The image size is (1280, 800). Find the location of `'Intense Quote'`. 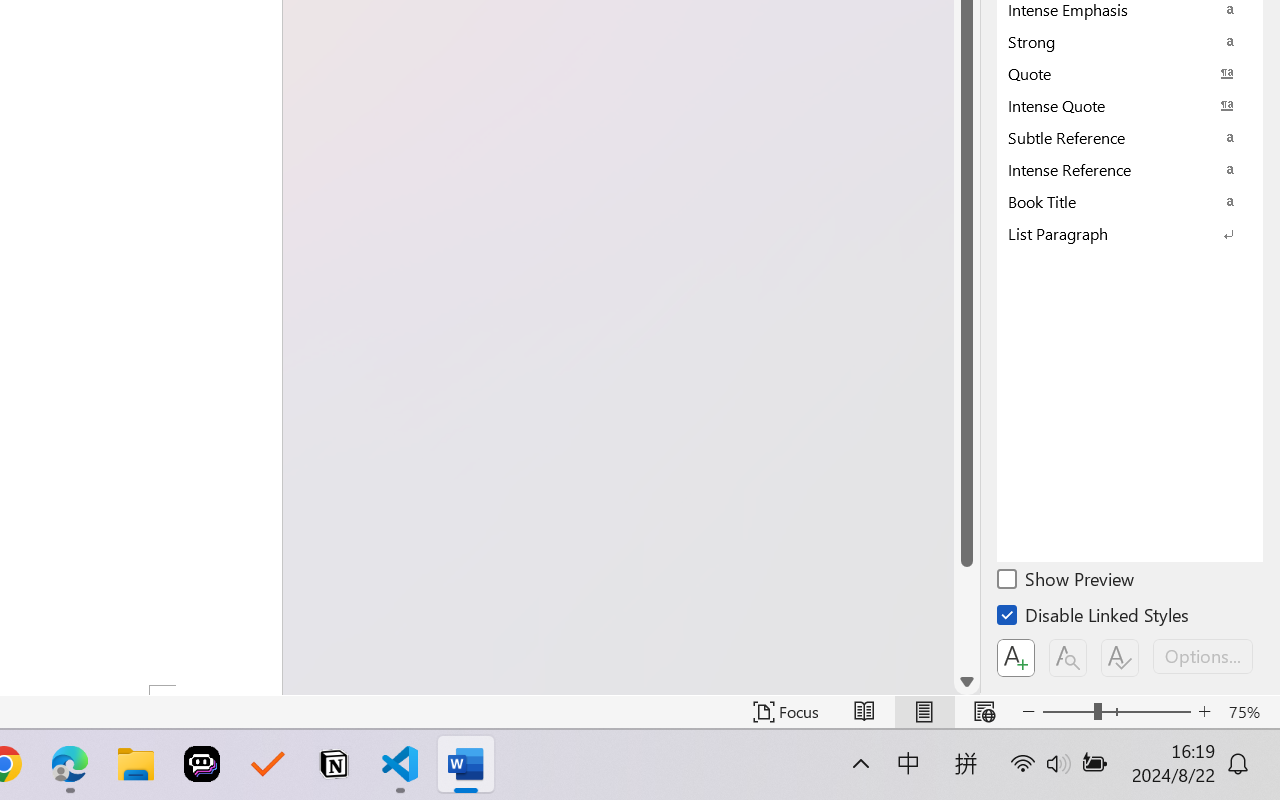

'Intense Quote' is located at coordinates (1130, 104).